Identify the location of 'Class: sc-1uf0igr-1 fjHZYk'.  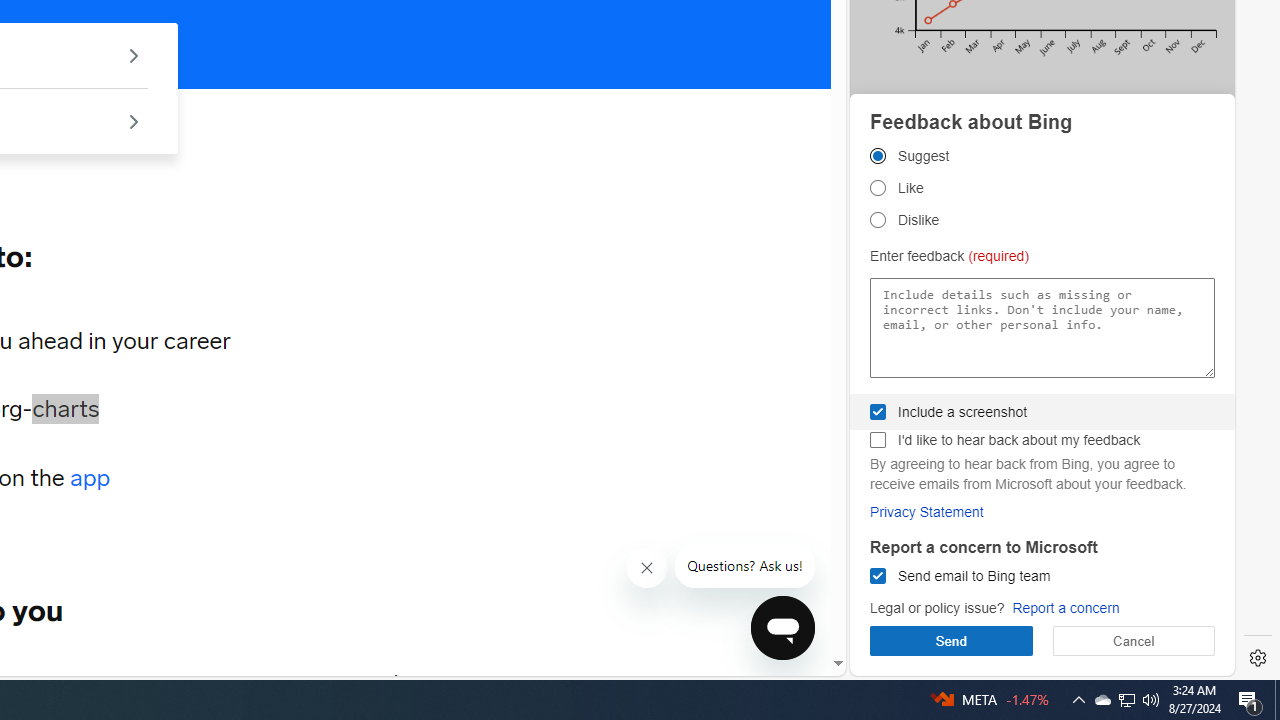
(647, 568).